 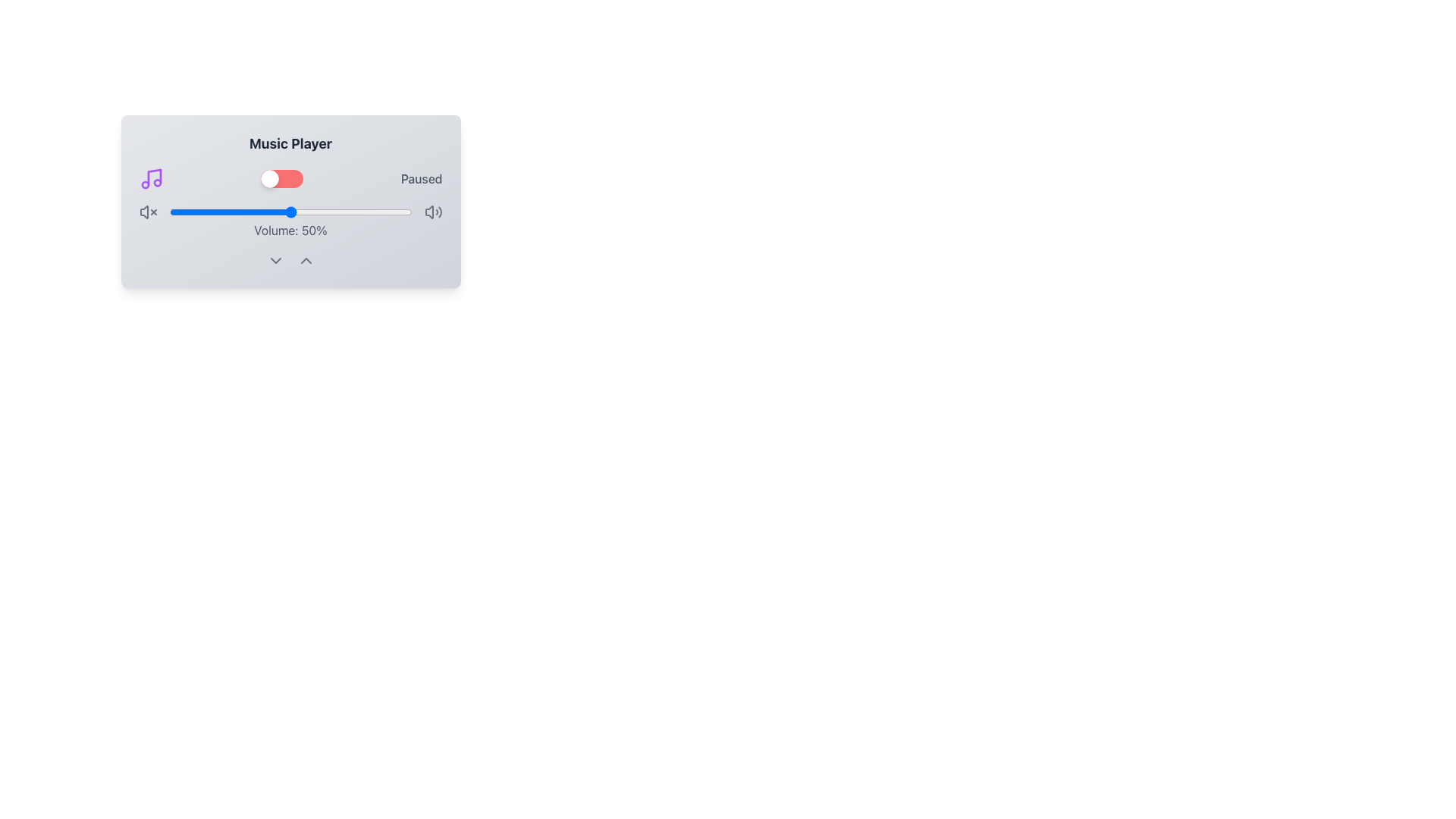 I want to click on the mute icon located on the left side of the horizontal volume control bar, so click(x=148, y=212).